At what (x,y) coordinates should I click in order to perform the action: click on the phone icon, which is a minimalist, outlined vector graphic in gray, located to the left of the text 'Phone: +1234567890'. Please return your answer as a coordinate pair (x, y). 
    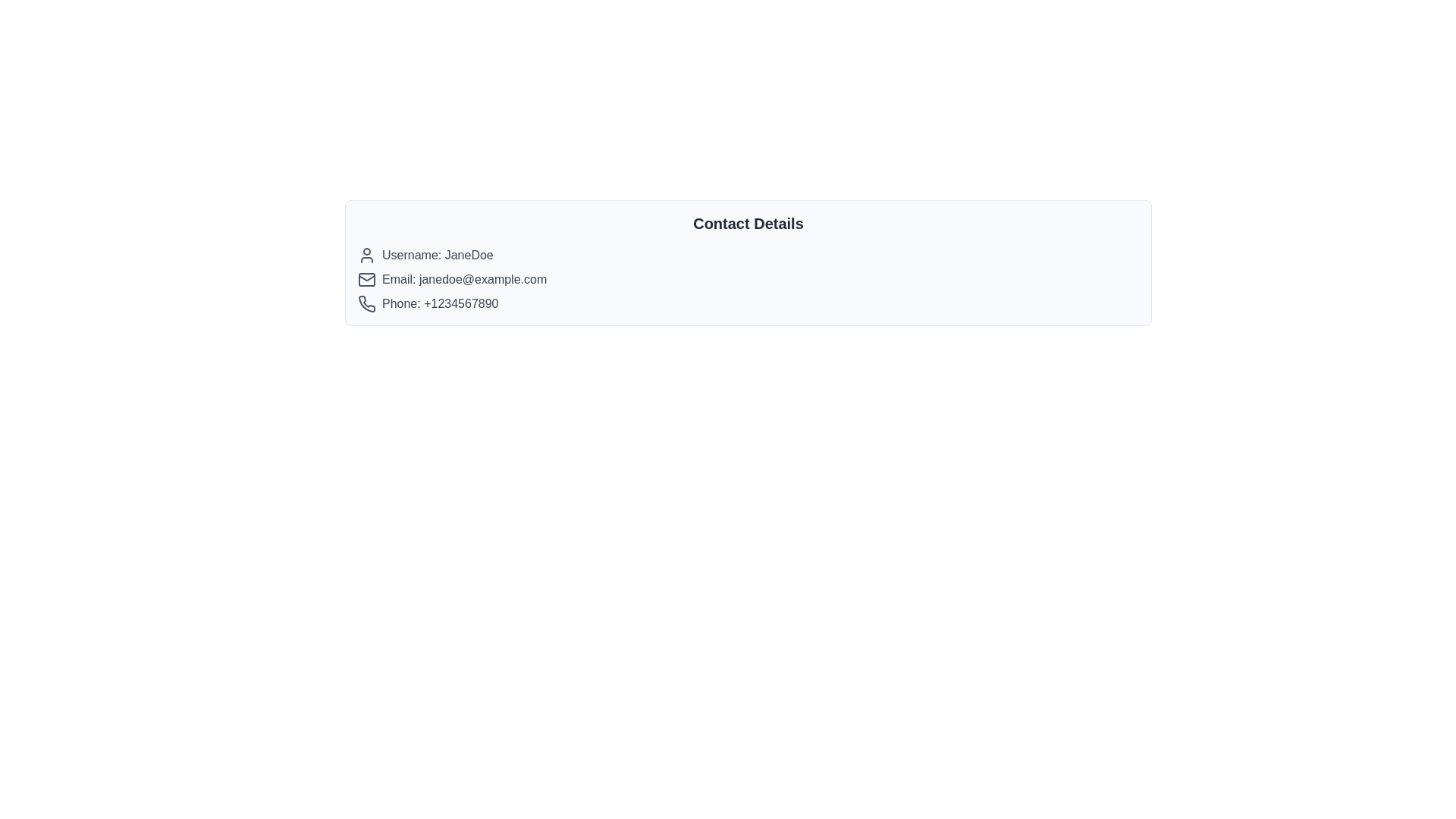
    Looking at the image, I should click on (367, 304).